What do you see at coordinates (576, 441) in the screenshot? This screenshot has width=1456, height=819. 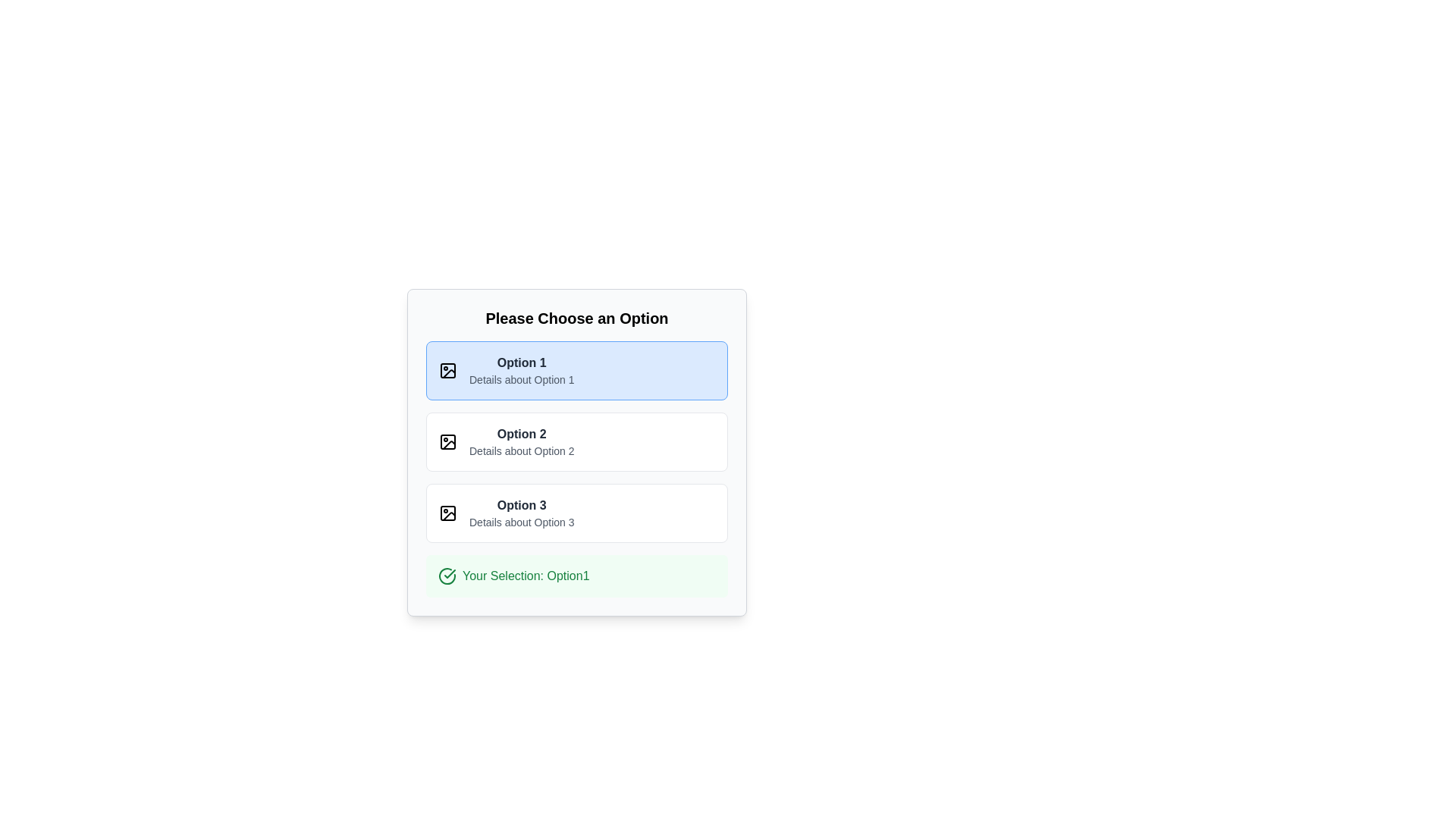 I see `the second item in the selectable list` at bounding box center [576, 441].